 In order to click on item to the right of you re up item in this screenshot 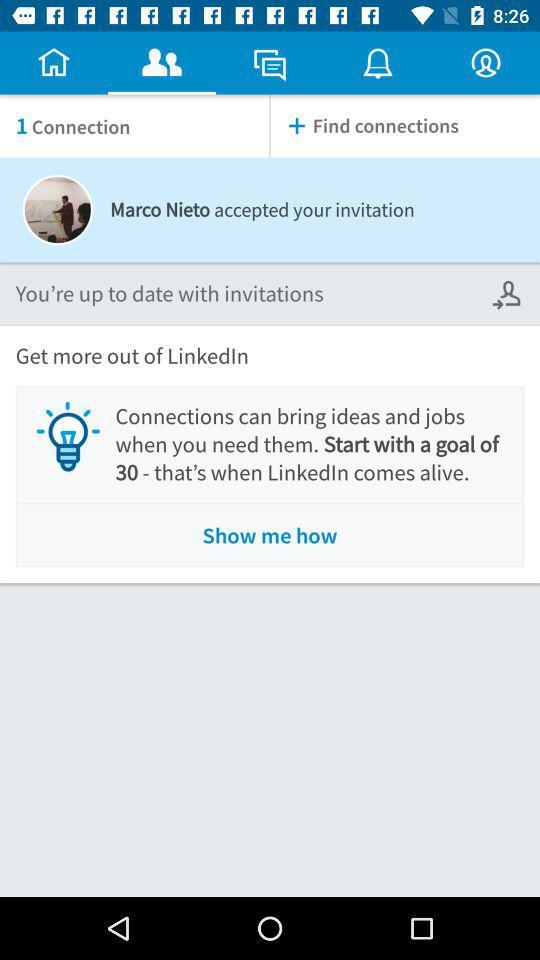, I will do `click(508, 293)`.